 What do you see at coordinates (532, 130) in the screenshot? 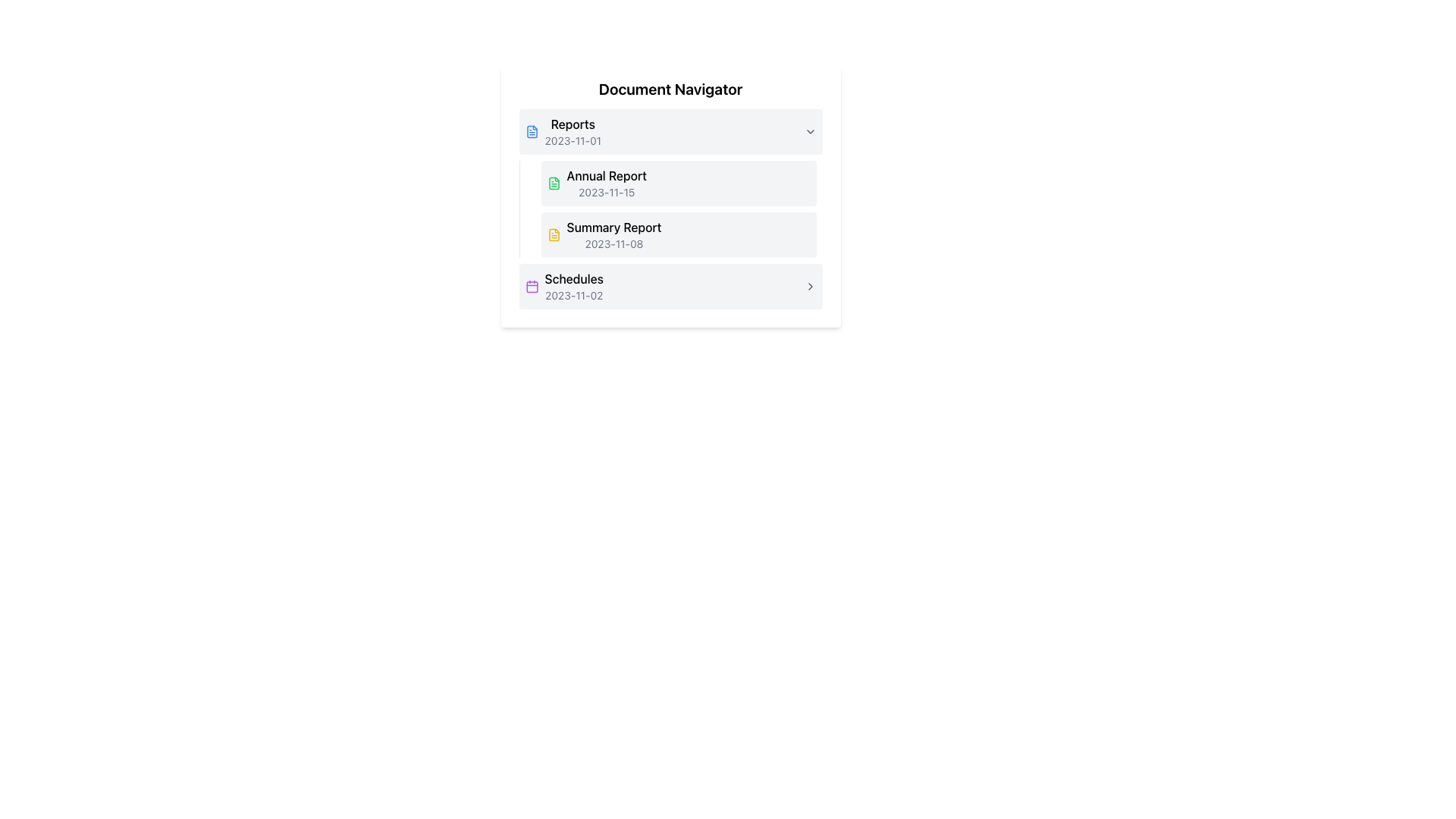
I see `the vector graphic element associated with the 'Reports' section in the 'Document Navigator' interface, located to the left of the 'Reports' label` at bounding box center [532, 130].